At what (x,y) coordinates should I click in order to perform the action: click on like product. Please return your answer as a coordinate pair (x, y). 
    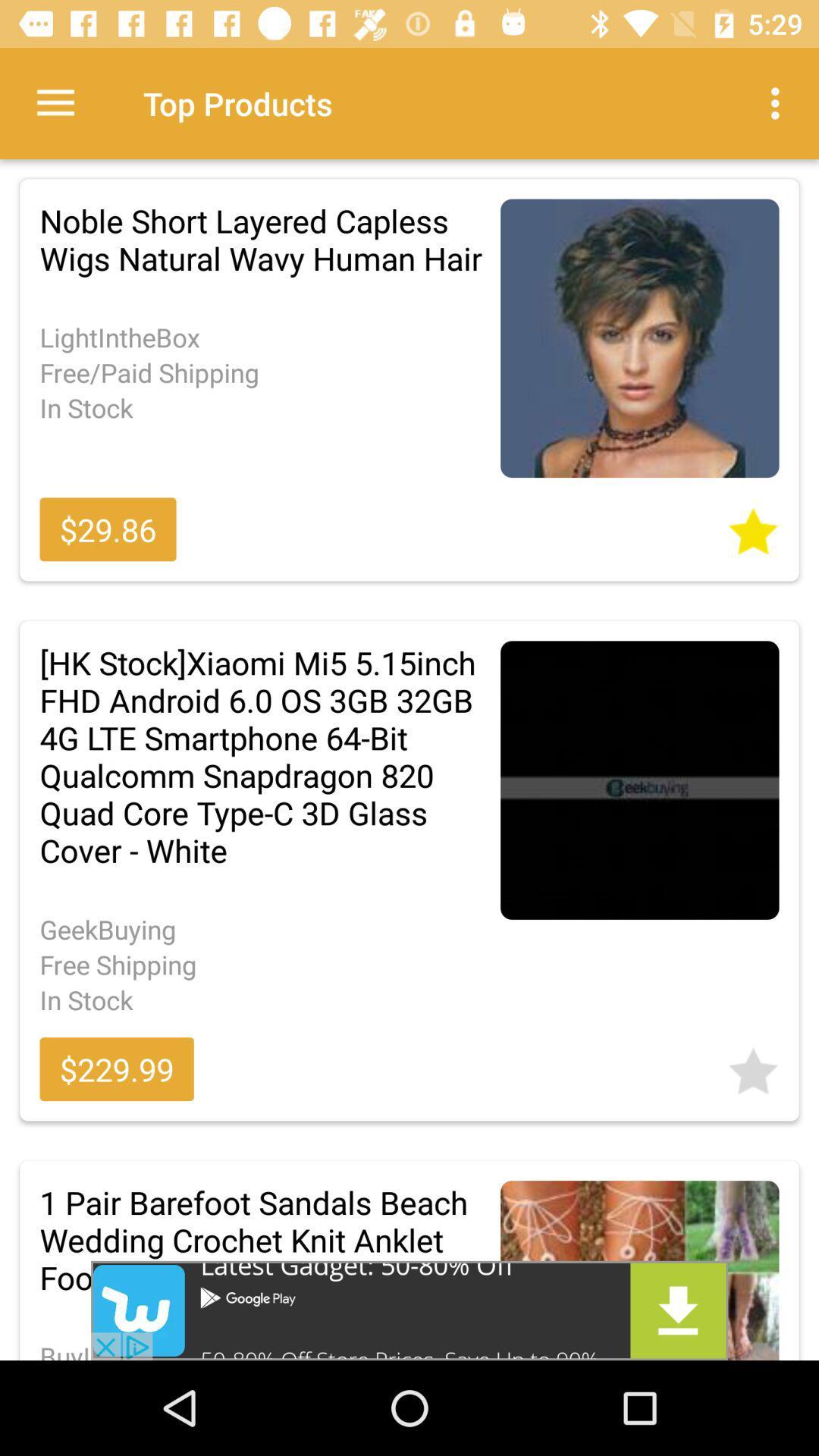
    Looking at the image, I should click on (753, 1065).